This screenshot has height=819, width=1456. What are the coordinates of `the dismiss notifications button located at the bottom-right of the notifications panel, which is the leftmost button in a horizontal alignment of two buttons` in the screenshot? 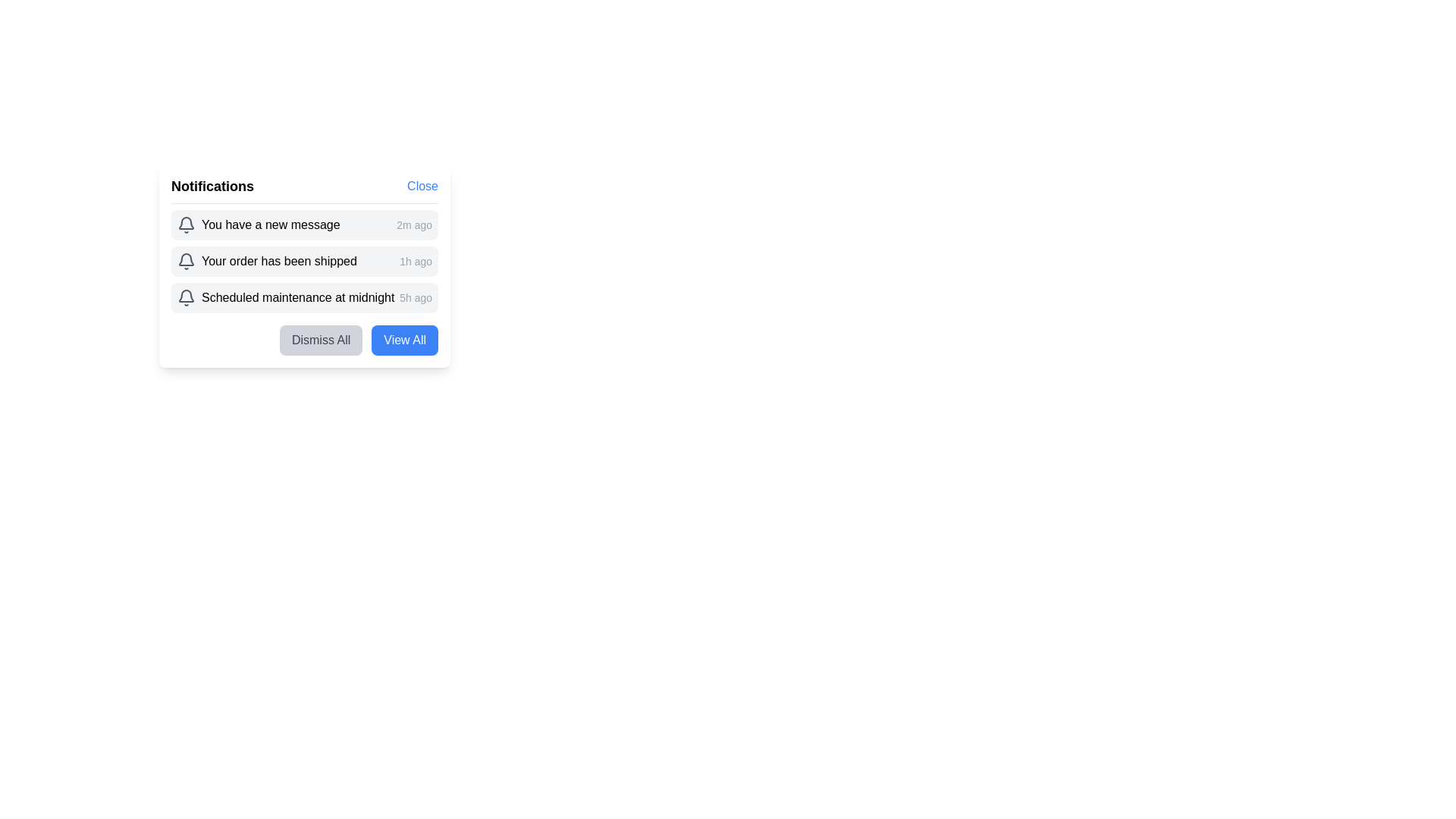 It's located at (320, 339).